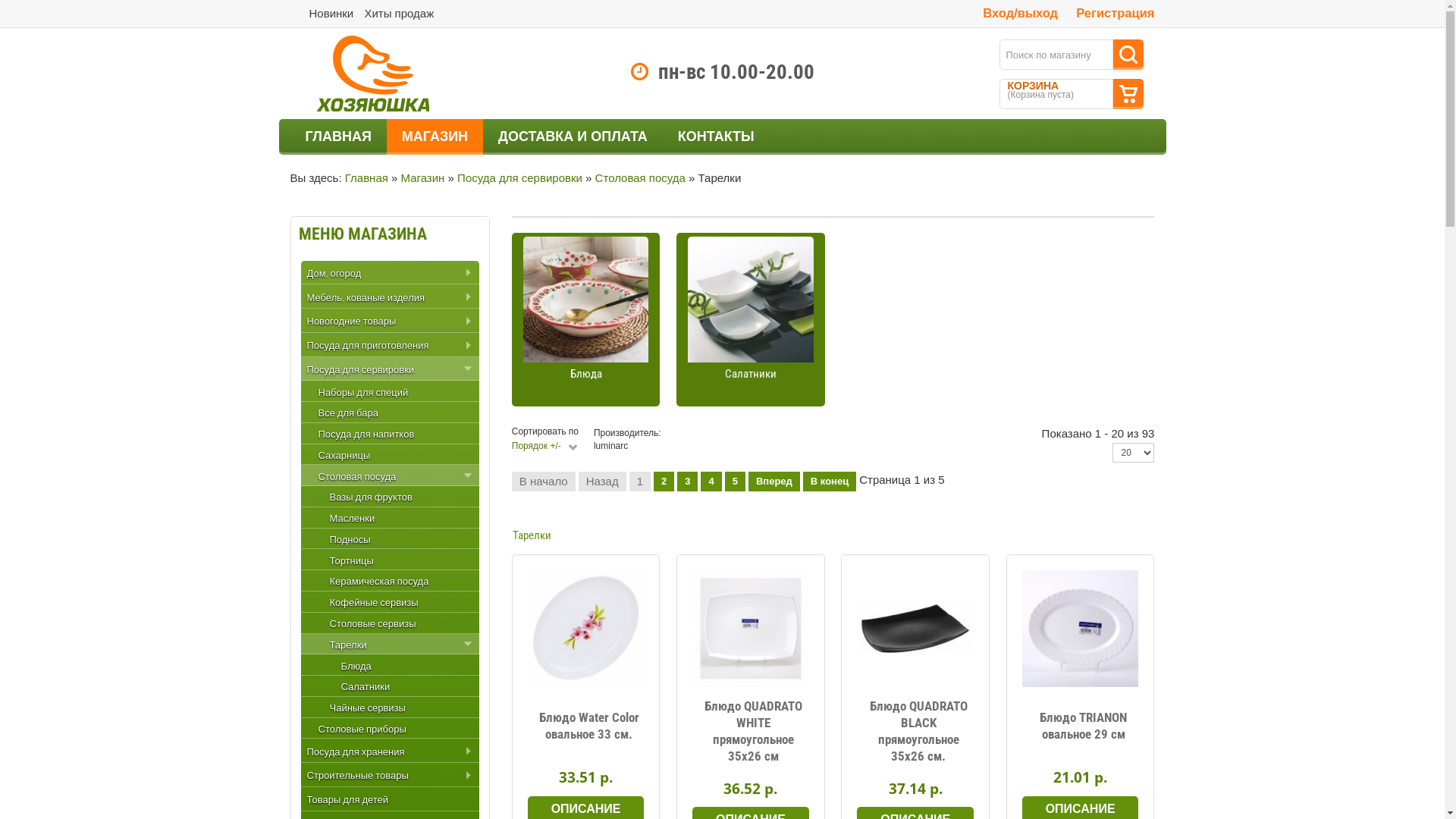 Image resolution: width=1456 pixels, height=819 pixels. I want to click on '2', so click(664, 482).